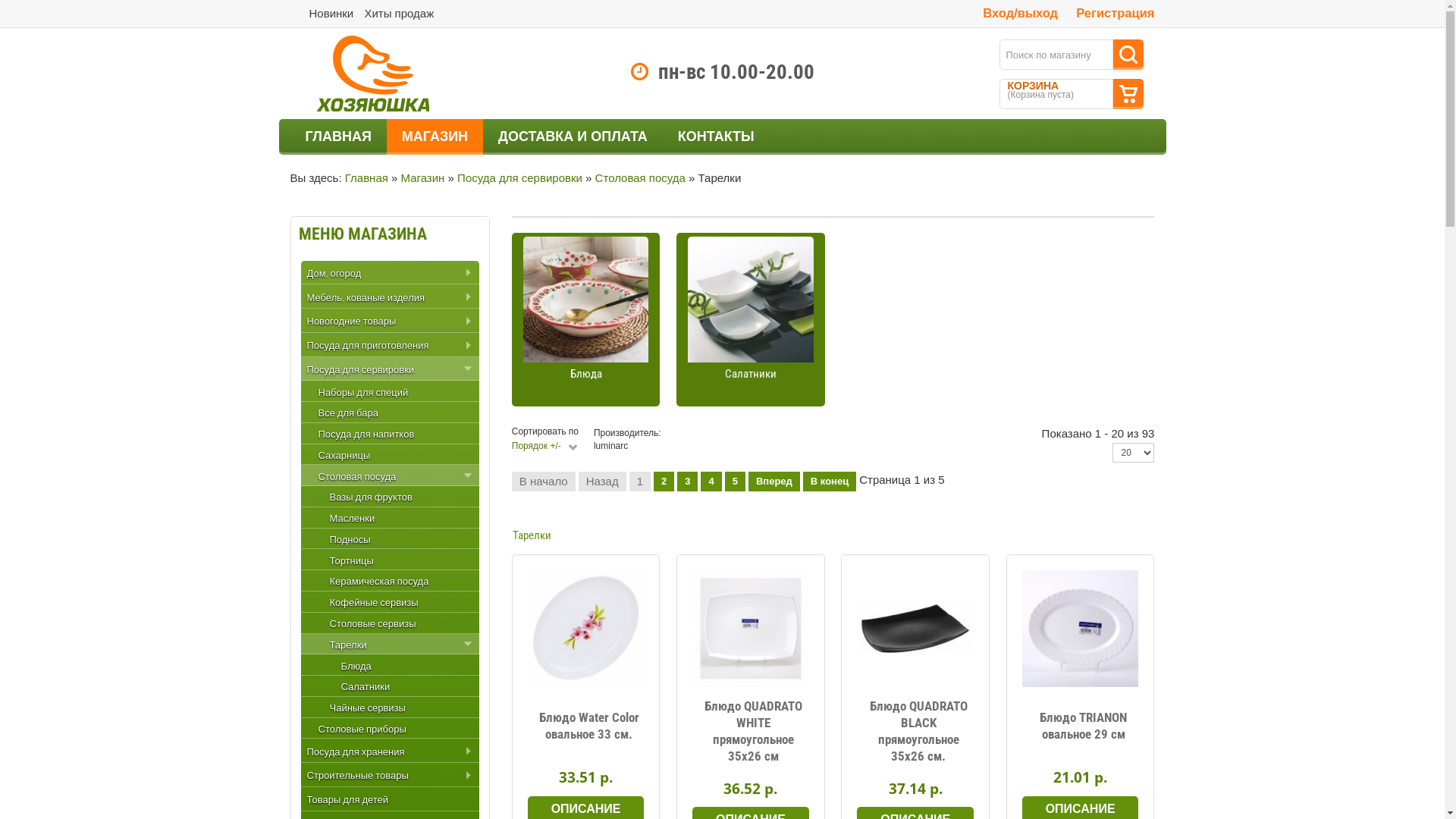 Image resolution: width=1456 pixels, height=819 pixels. I want to click on '2', so click(664, 482).